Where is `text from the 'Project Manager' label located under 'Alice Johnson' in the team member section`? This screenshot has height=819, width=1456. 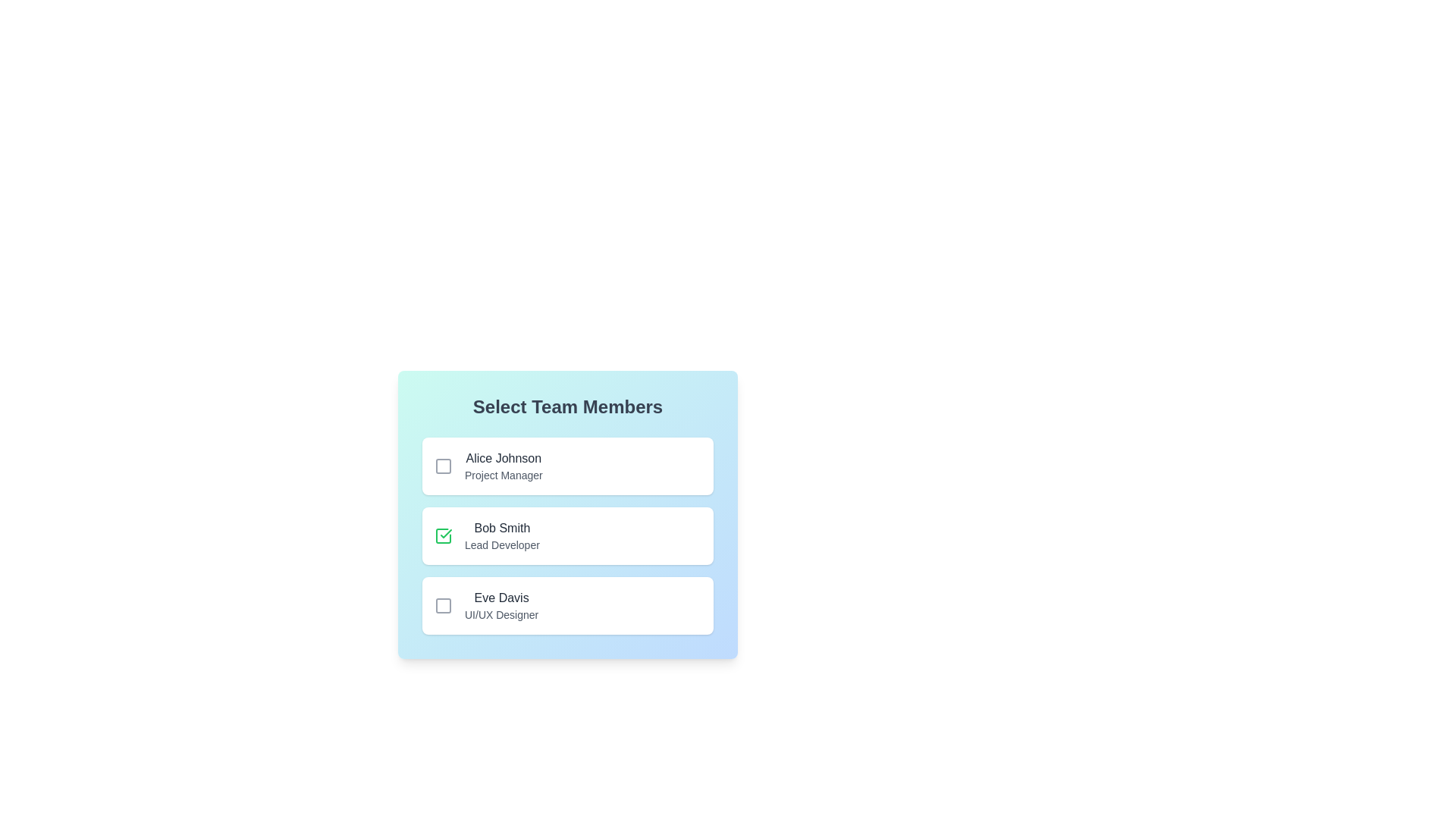
text from the 'Project Manager' label located under 'Alice Johnson' in the team member section is located at coordinates (504, 475).